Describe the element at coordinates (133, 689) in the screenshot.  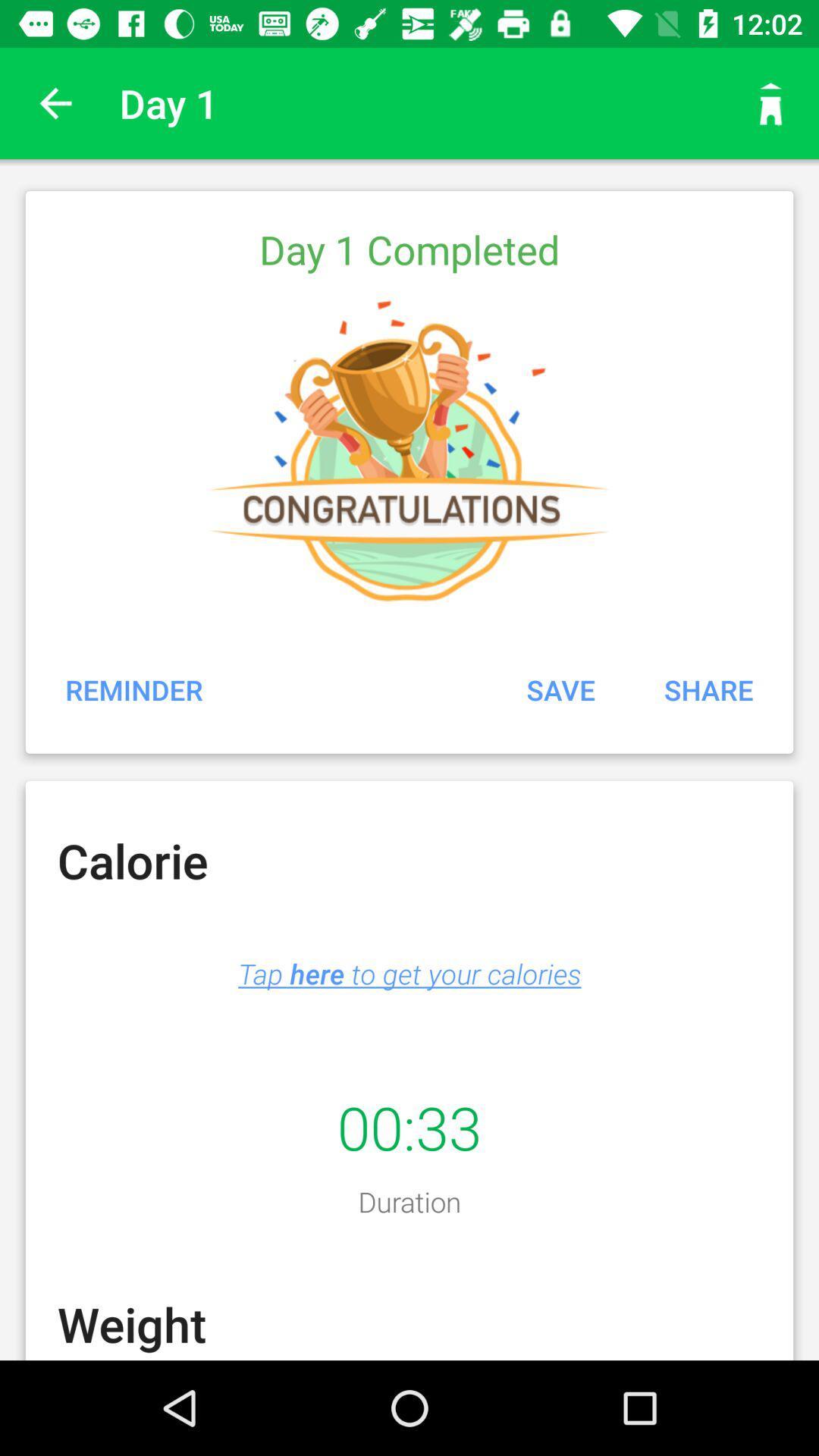
I see `the icon next to save` at that location.